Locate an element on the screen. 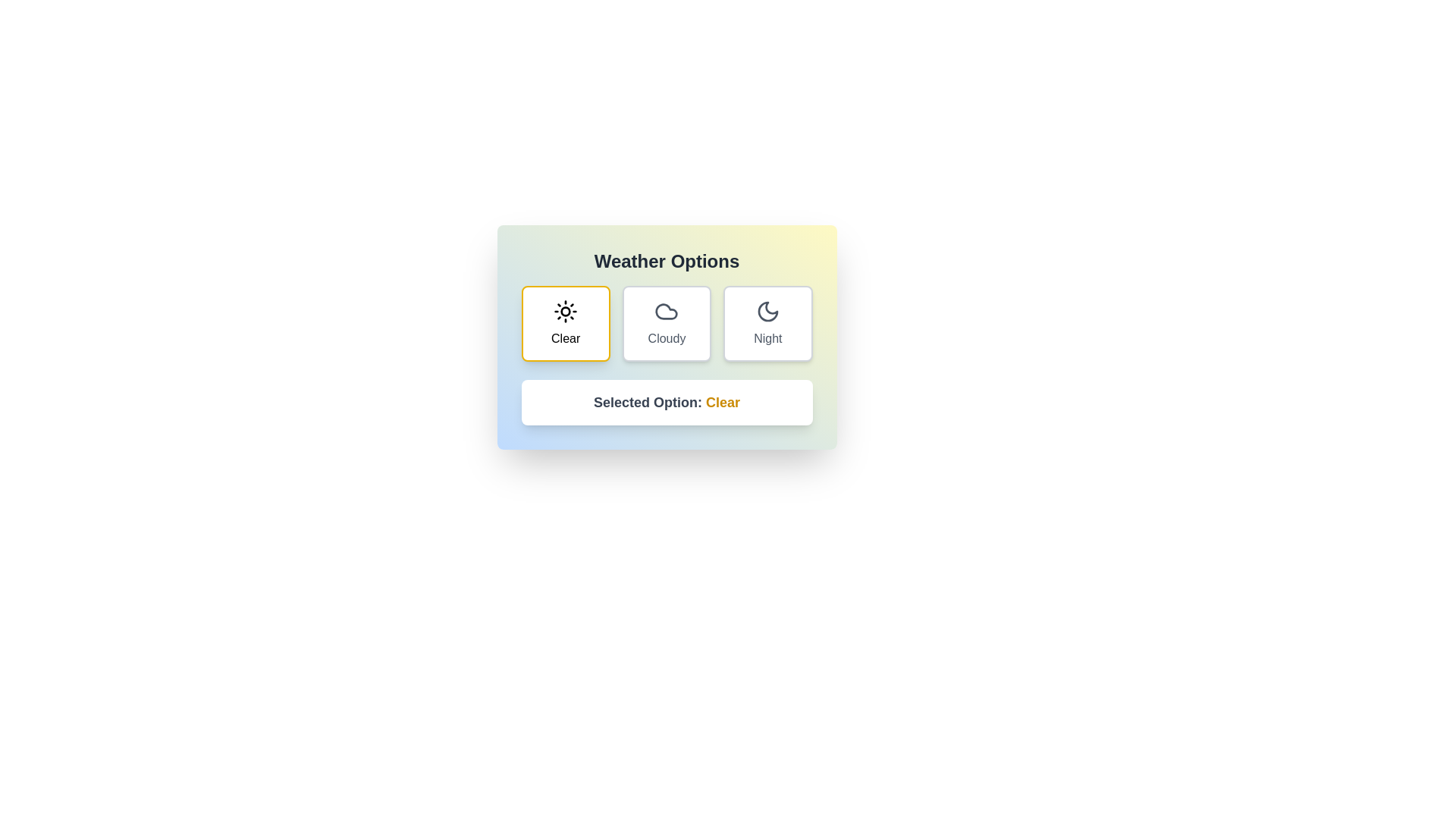 The image size is (1456, 819). the text label for the 'Night' weather option, which is centrally placed within the rightmost card of a three-card horizontal layout is located at coordinates (767, 338).